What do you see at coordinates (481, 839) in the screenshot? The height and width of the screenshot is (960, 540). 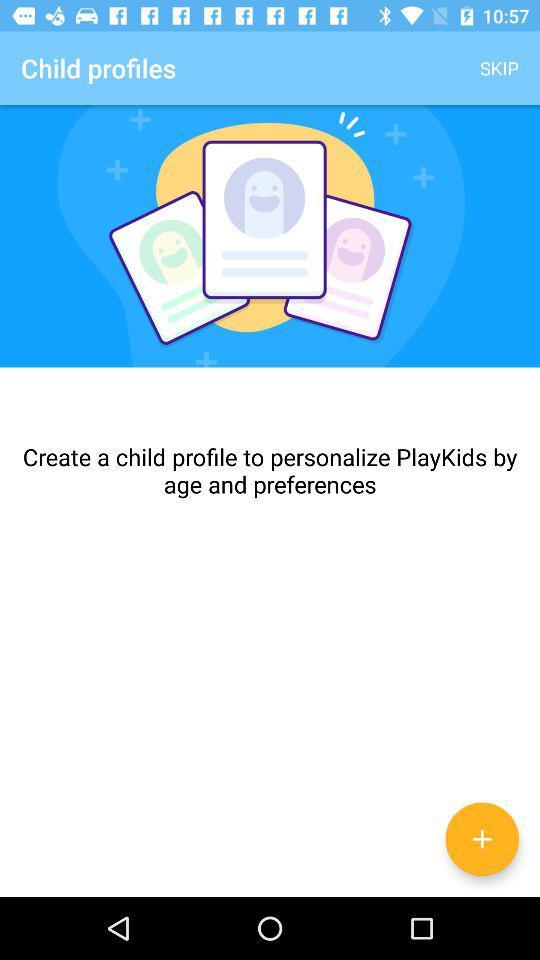 I see `the add icon` at bounding box center [481, 839].